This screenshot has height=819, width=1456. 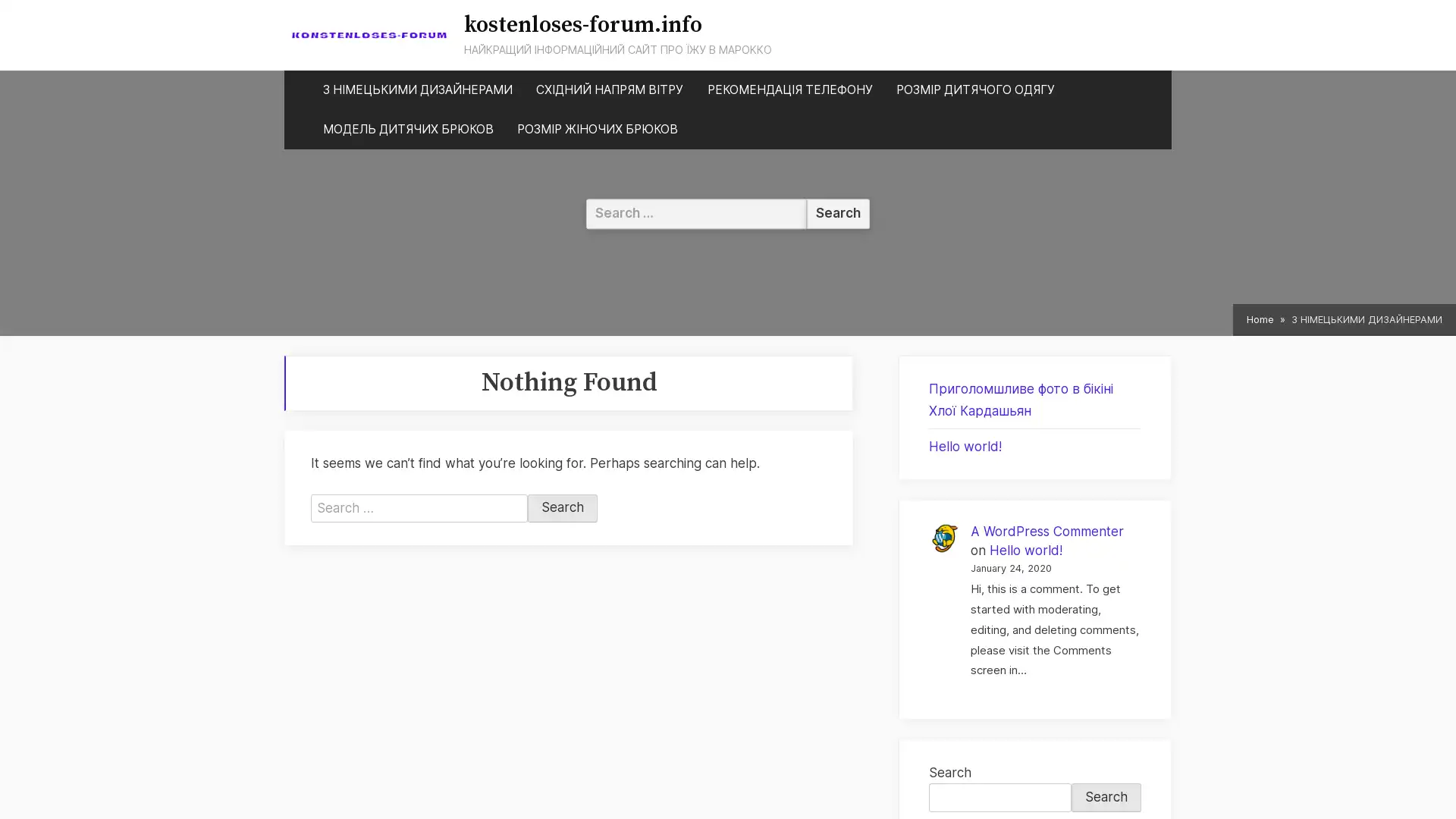 What do you see at coordinates (562, 508) in the screenshot?
I see `Search` at bounding box center [562, 508].